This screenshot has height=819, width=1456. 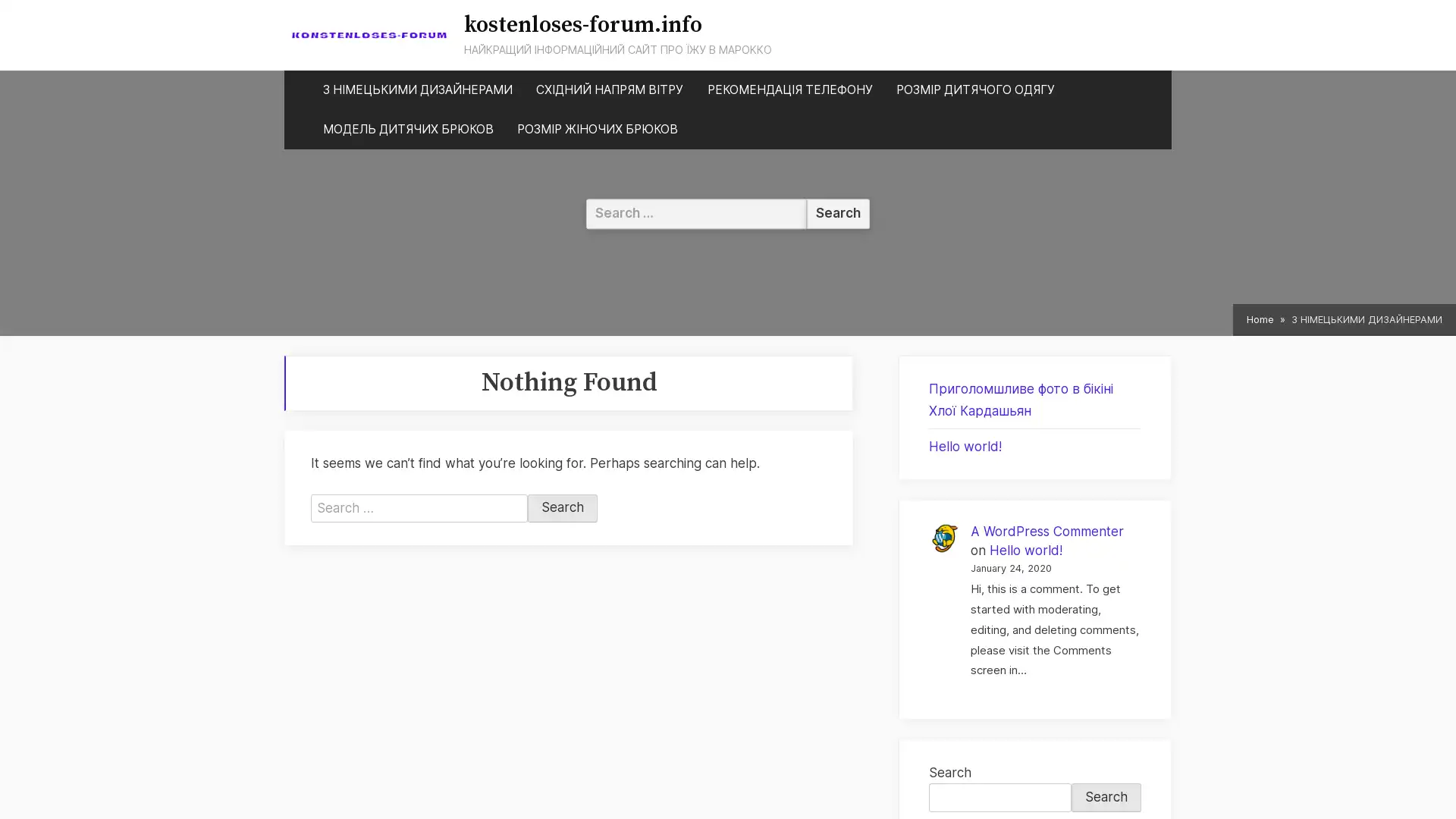 What do you see at coordinates (562, 508) in the screenshot?
I see `Search` at bounding box center [562, 508].